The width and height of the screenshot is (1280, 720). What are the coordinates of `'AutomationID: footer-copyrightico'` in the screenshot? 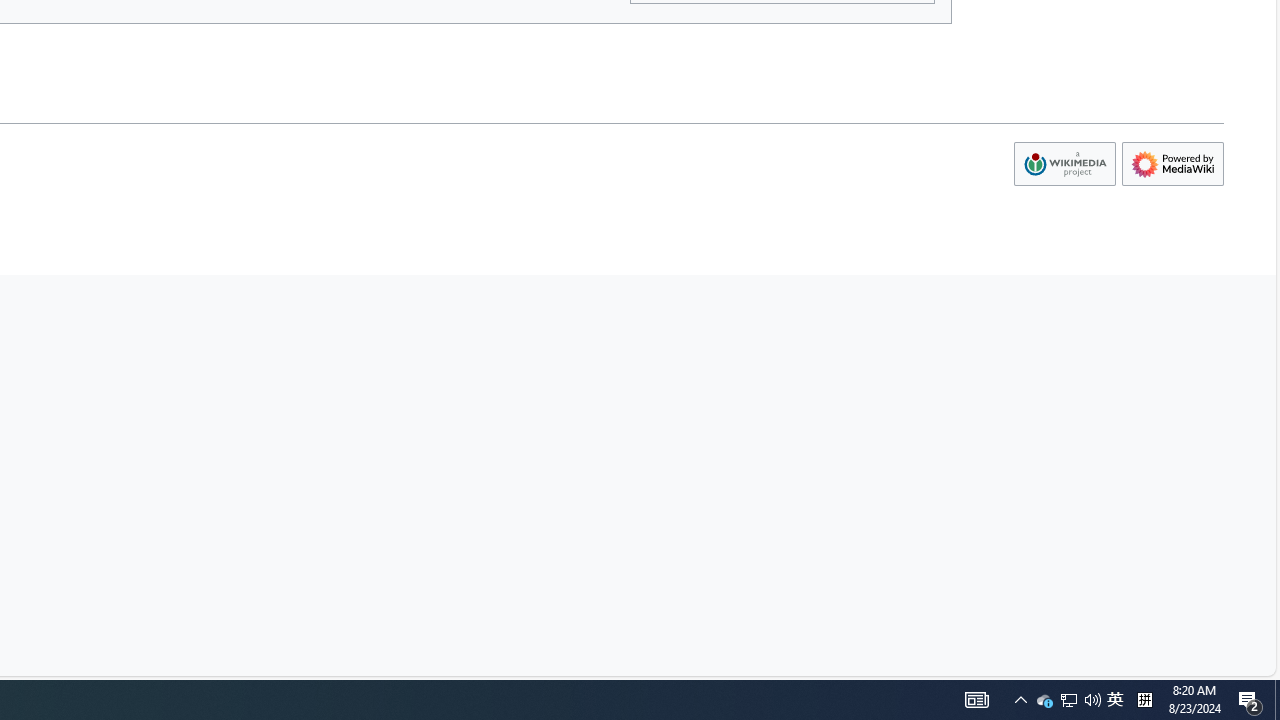 It's located at (1063, 163).